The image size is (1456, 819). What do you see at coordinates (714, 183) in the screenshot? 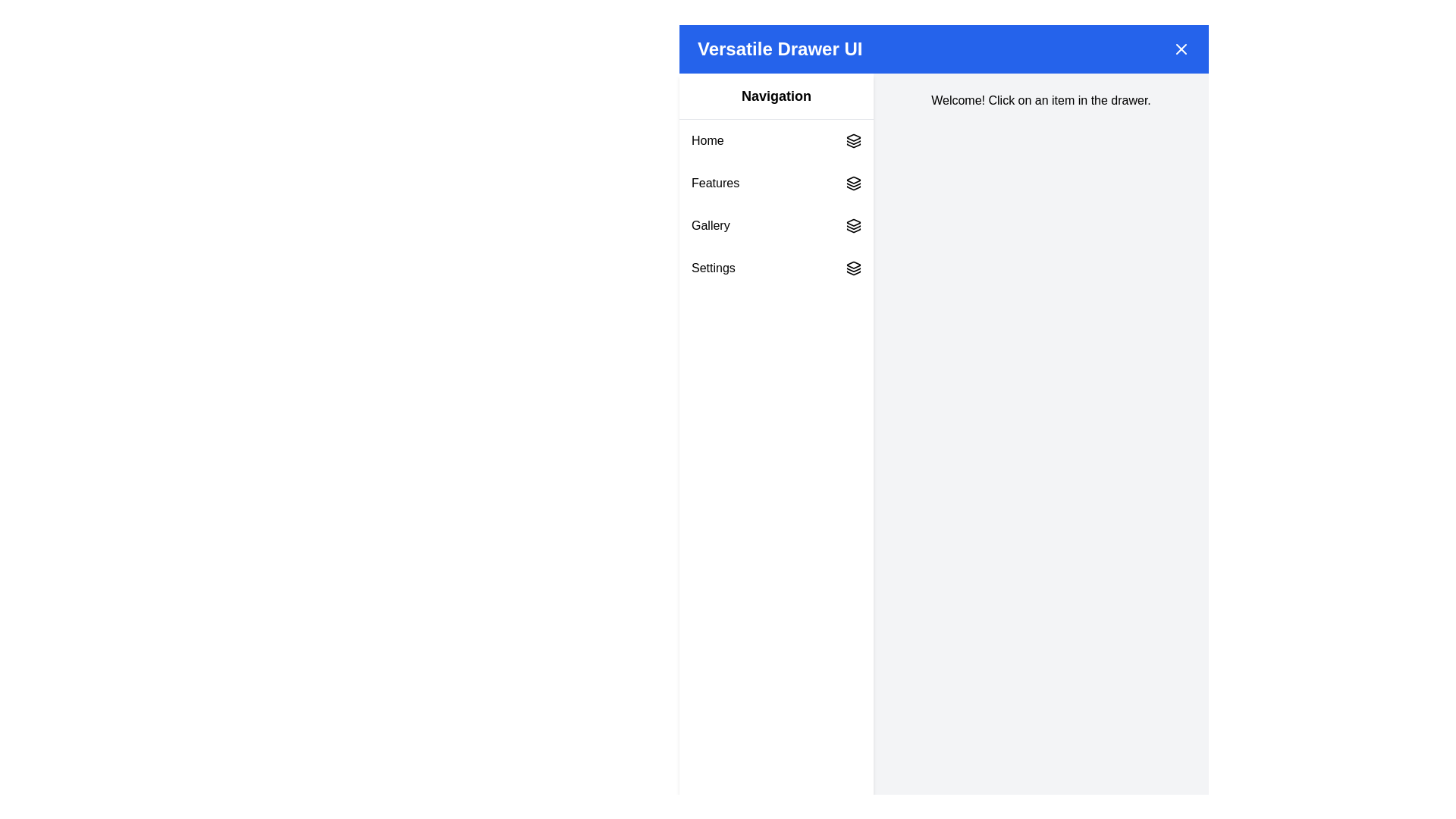
I see `the static text label displaying 'Features' in the navigation menu on the left side of the interface` at bounding box center [714, 183].